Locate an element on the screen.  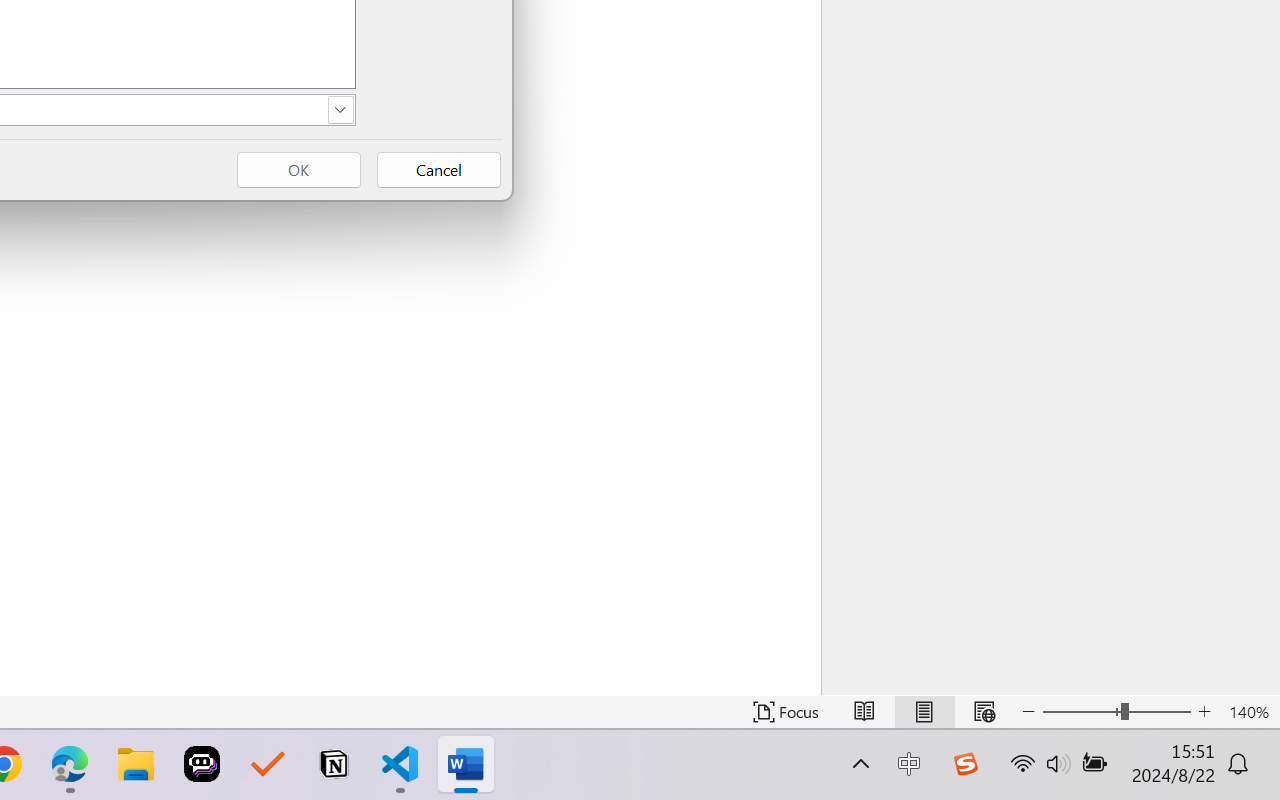
'Zoom In' is located at coordinates (1204, 711).